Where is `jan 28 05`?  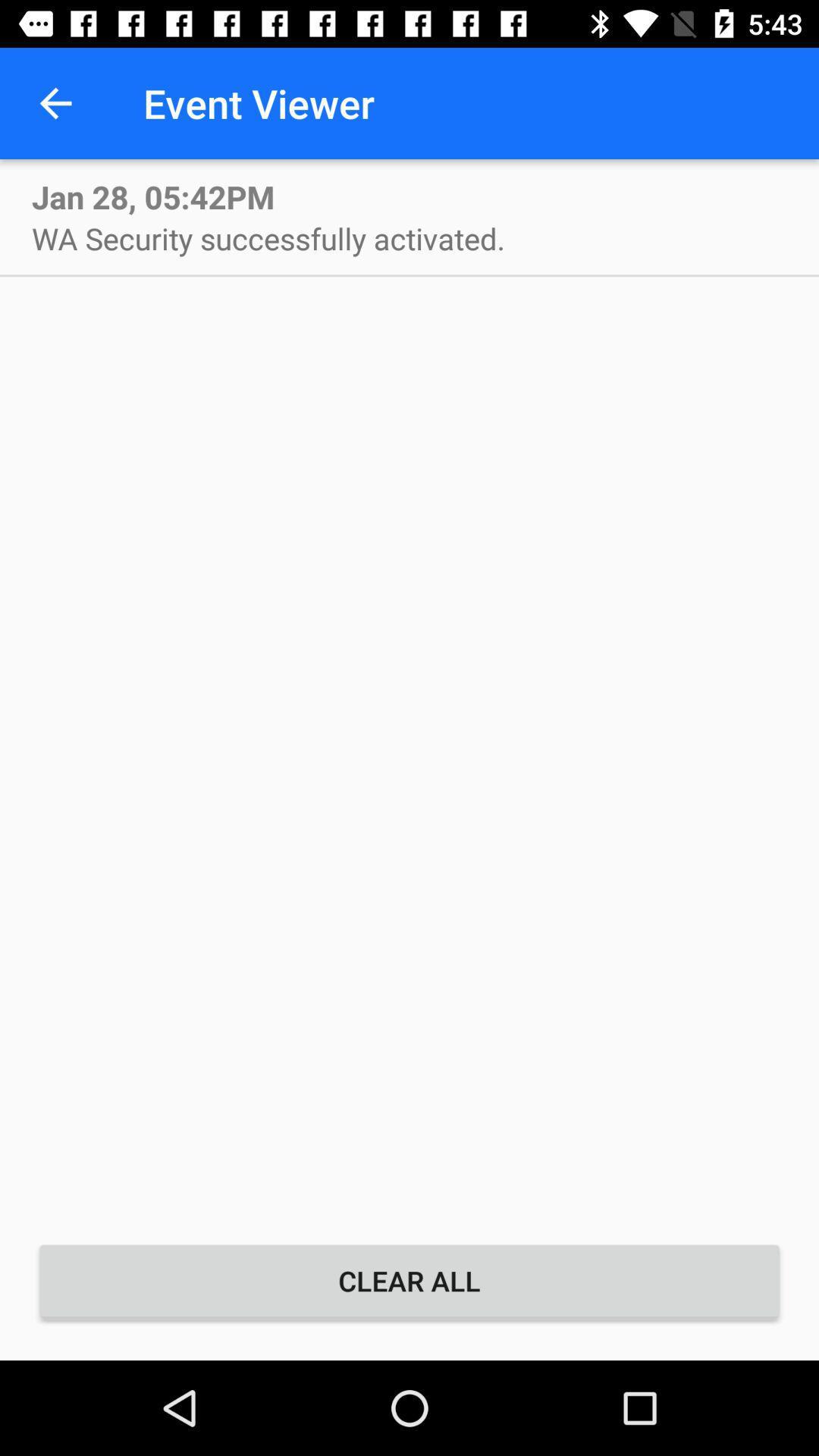 jan 28 05 is located at coordinates (153, 196).